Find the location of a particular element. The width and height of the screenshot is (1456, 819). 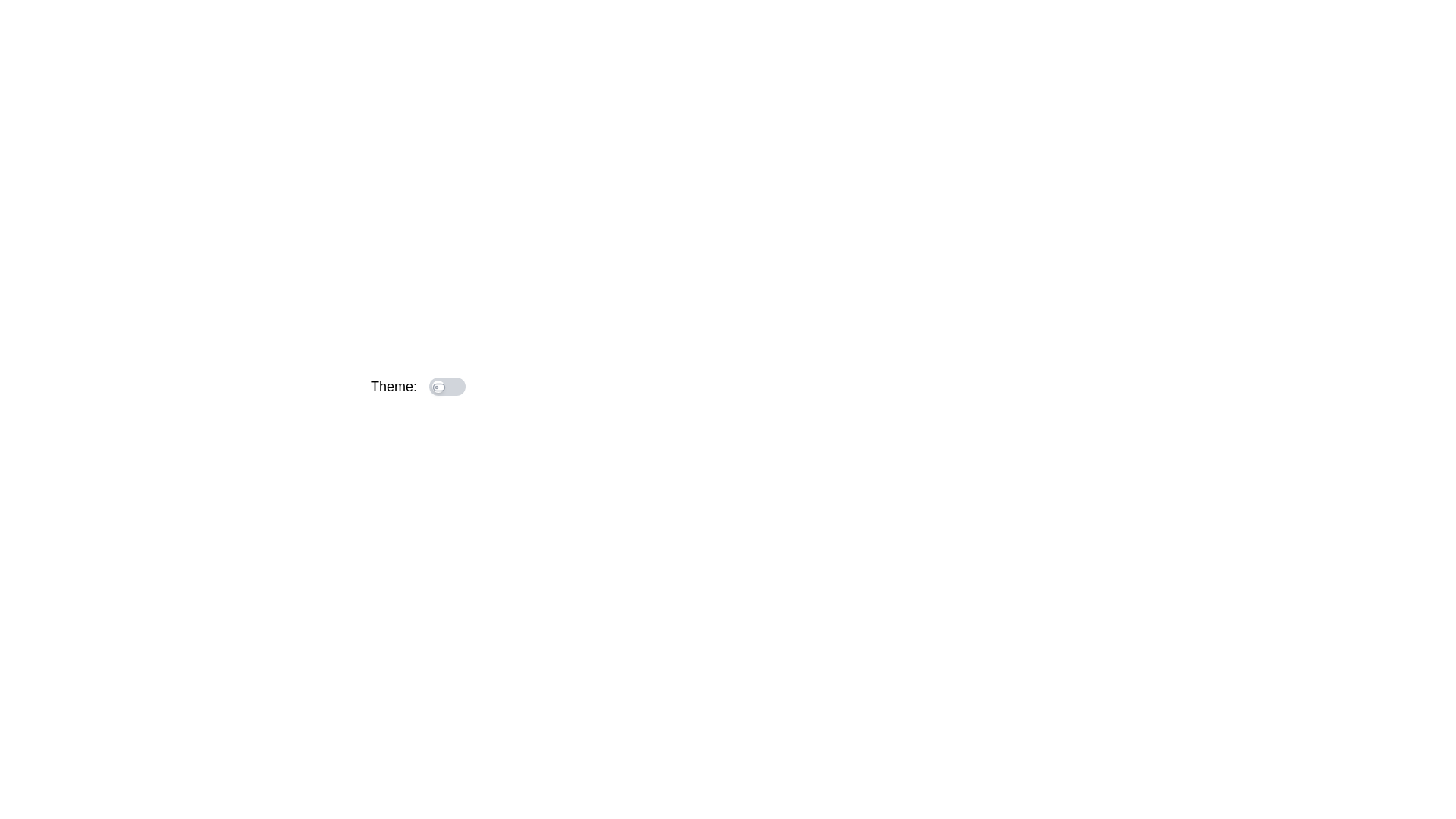

the toggle switch located next to the 'Theme:' label is located at coordinates (447, 385).